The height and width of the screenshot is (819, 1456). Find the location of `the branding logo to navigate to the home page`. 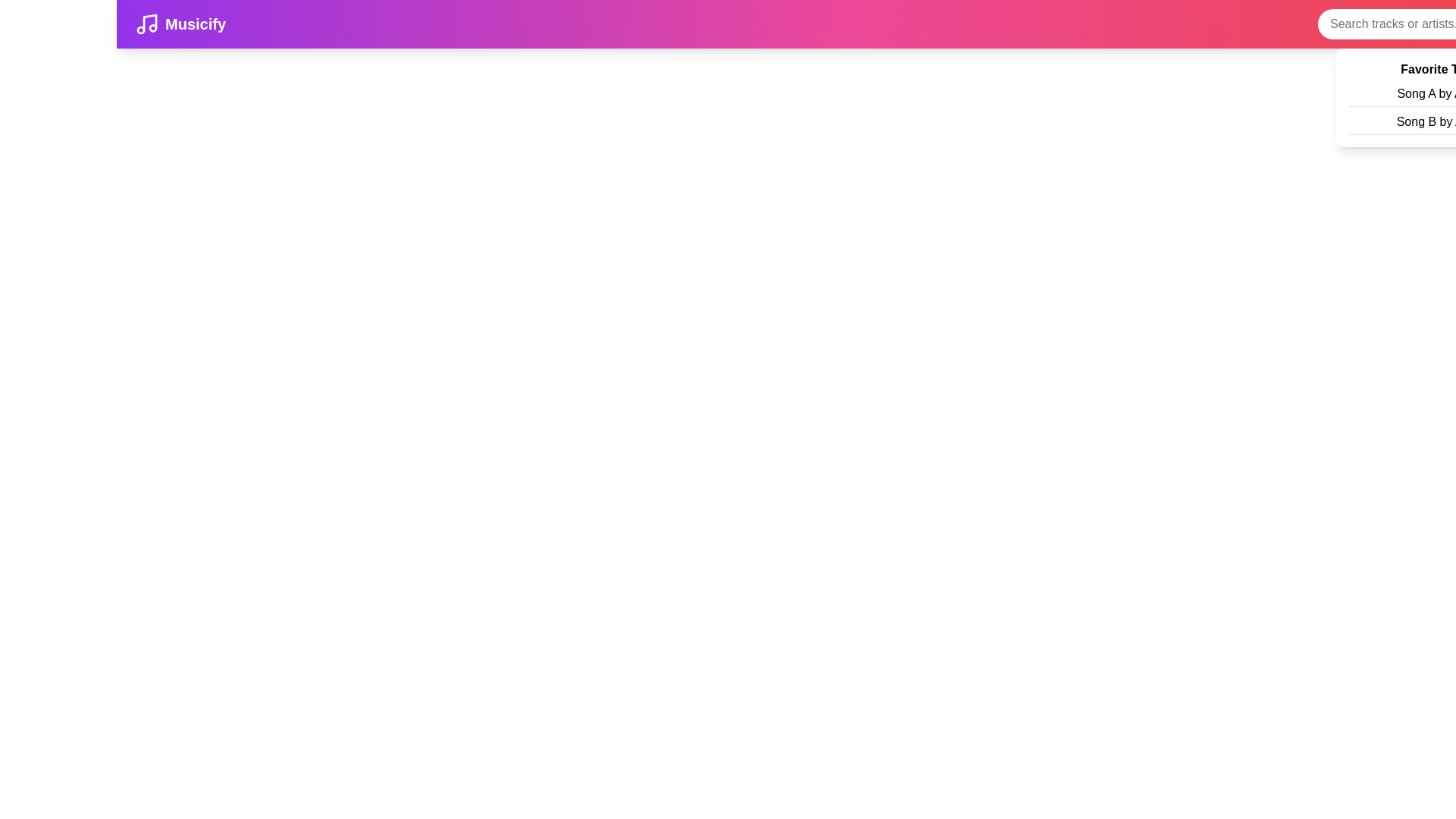

the branding logo to navigate to the home page is located at coordinates (146, 24).